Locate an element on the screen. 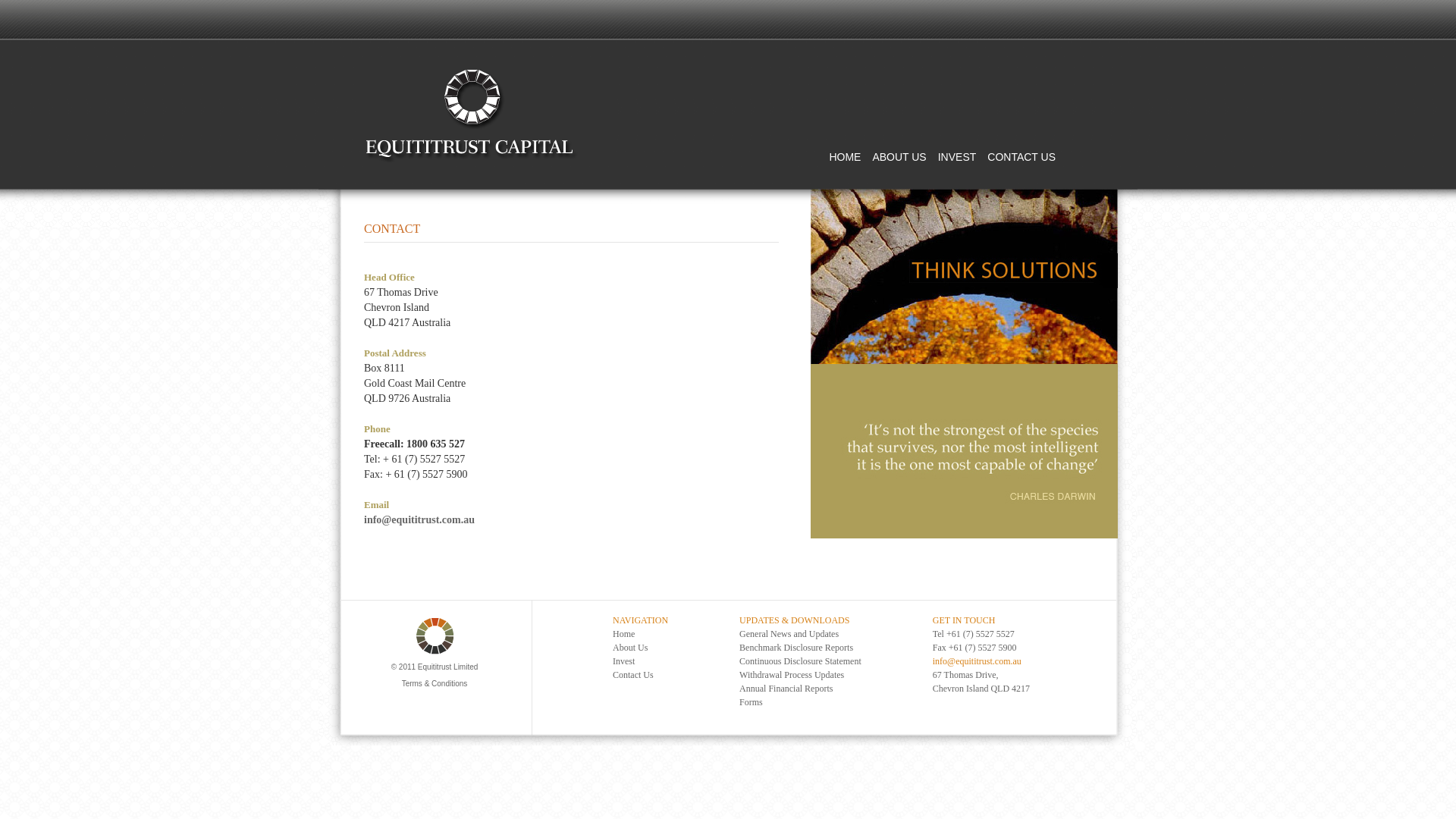 This screenshot has height=819, width=1456. 'Benchmark Disclosure Reports' is located at coordinates (795, 647).